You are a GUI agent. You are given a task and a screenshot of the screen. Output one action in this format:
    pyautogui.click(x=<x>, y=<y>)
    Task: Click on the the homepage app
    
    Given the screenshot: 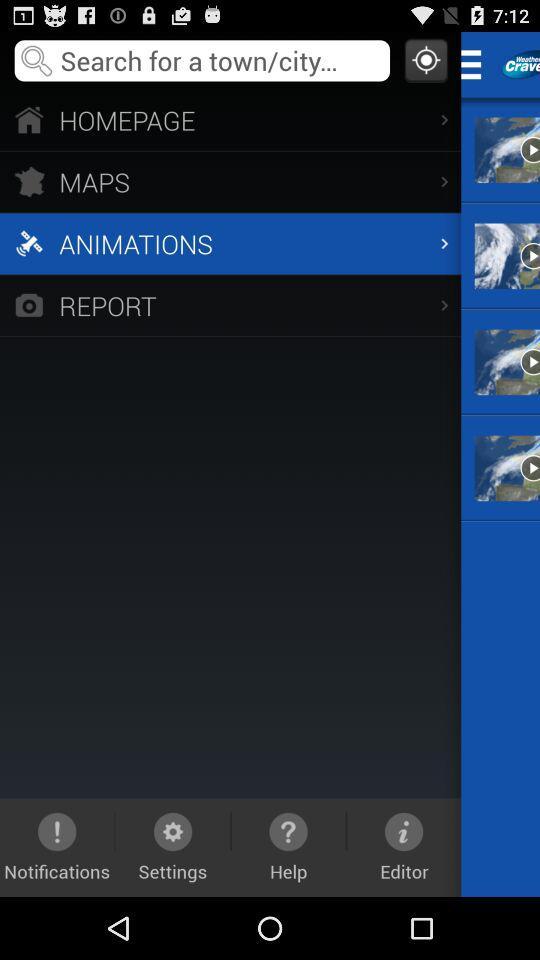 What is the action you would take?
    pyautogui.click(x=229, y=119)
    